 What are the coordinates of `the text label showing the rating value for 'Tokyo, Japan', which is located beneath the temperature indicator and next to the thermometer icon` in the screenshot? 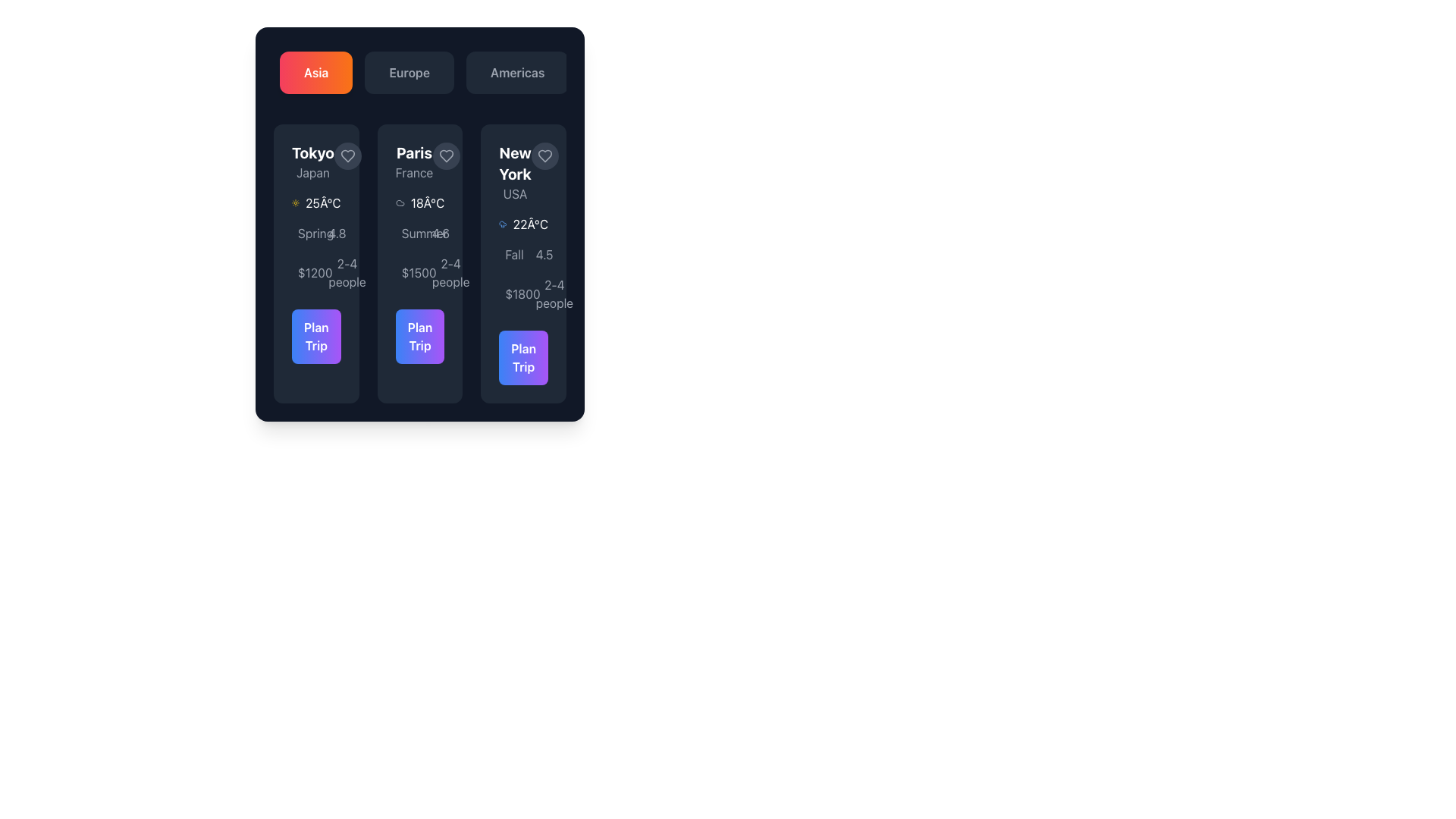 It's located at (336, 234).